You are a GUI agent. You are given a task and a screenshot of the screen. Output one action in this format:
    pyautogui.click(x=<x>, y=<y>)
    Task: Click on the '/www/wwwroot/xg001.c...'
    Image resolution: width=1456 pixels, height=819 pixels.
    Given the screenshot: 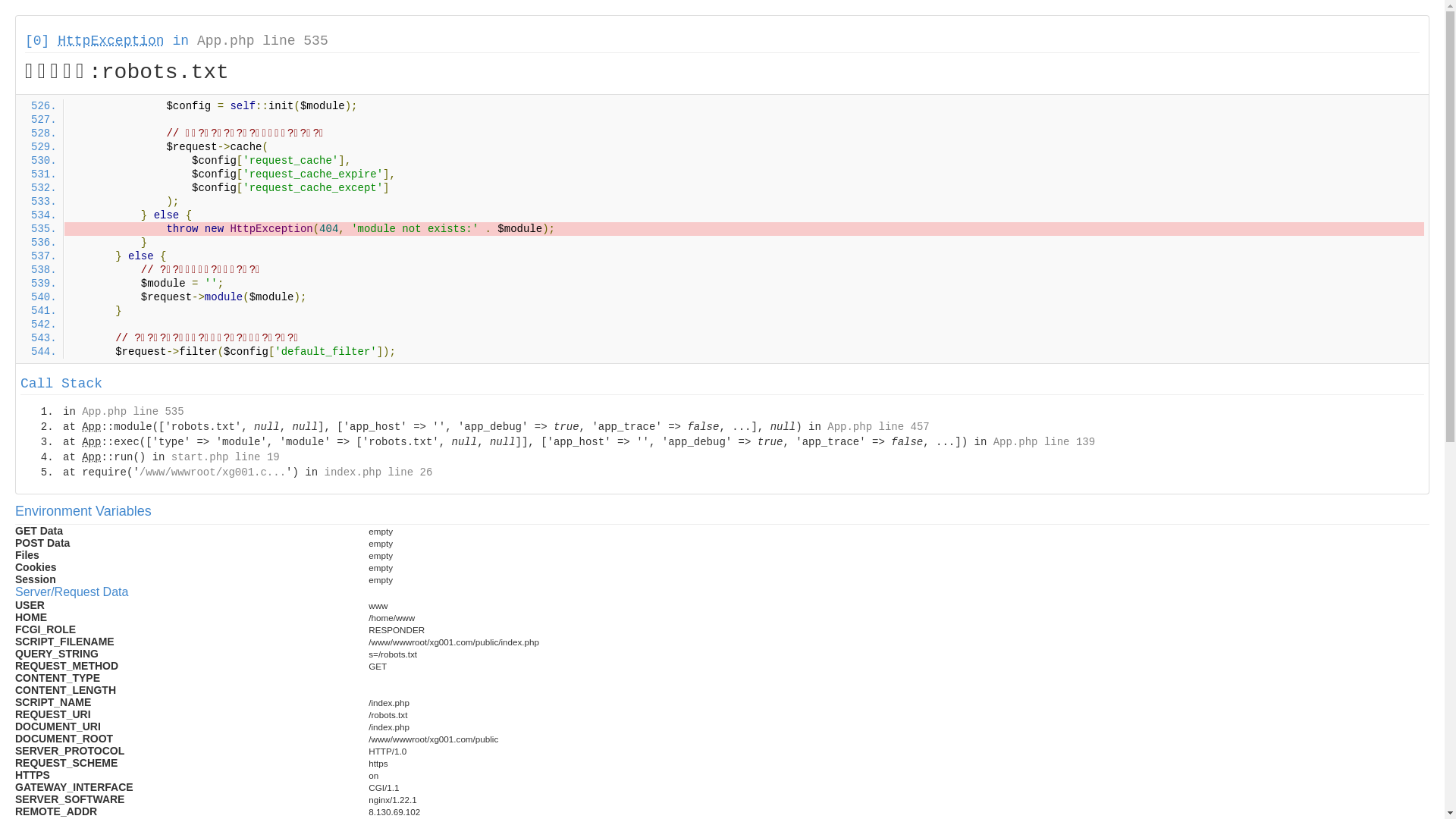 What is the action you would take?
    pyautogui.click(x=212, y=472)
    